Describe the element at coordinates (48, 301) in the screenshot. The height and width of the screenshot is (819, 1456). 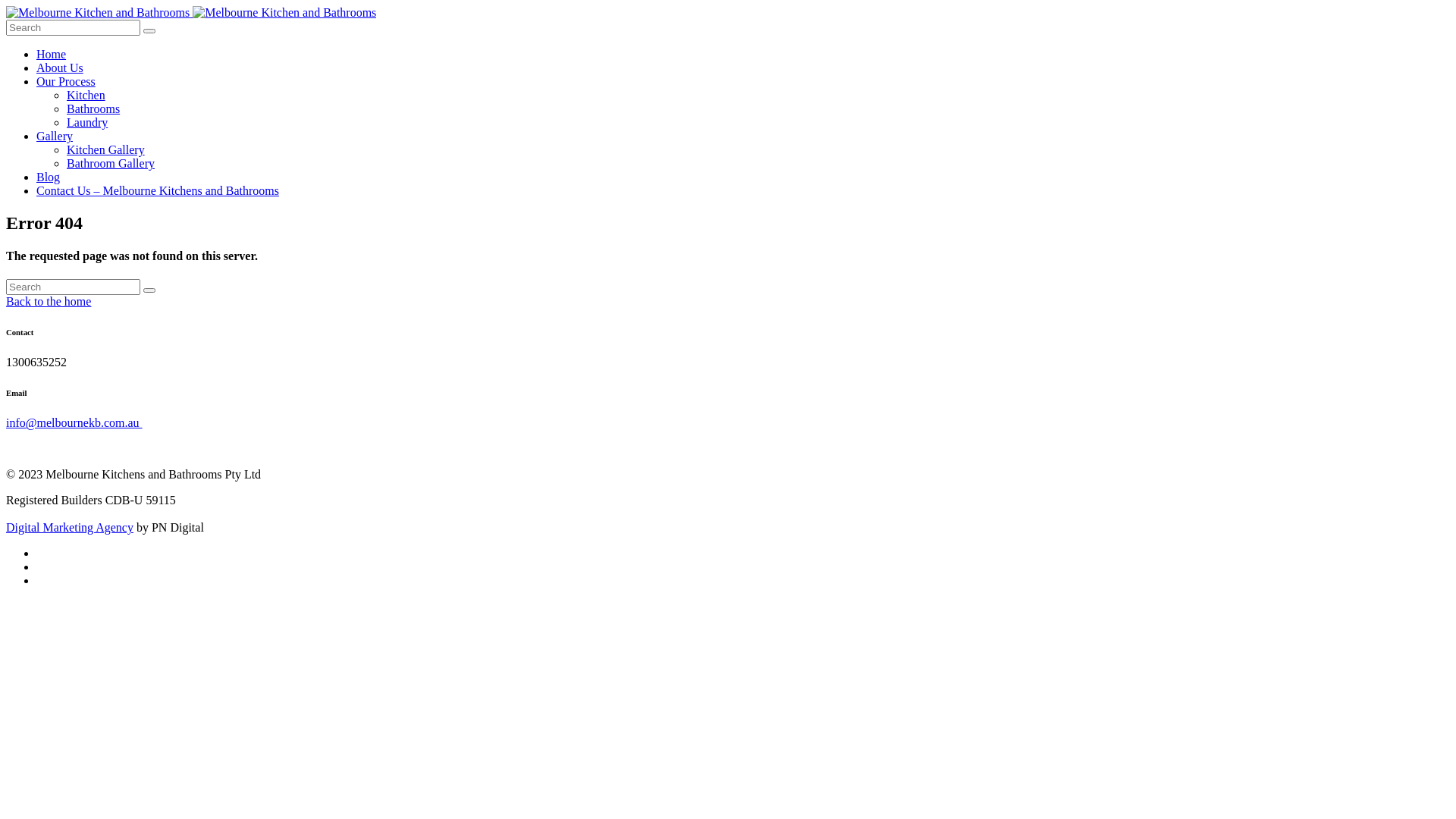
I see `'Back to the home'` at that location.